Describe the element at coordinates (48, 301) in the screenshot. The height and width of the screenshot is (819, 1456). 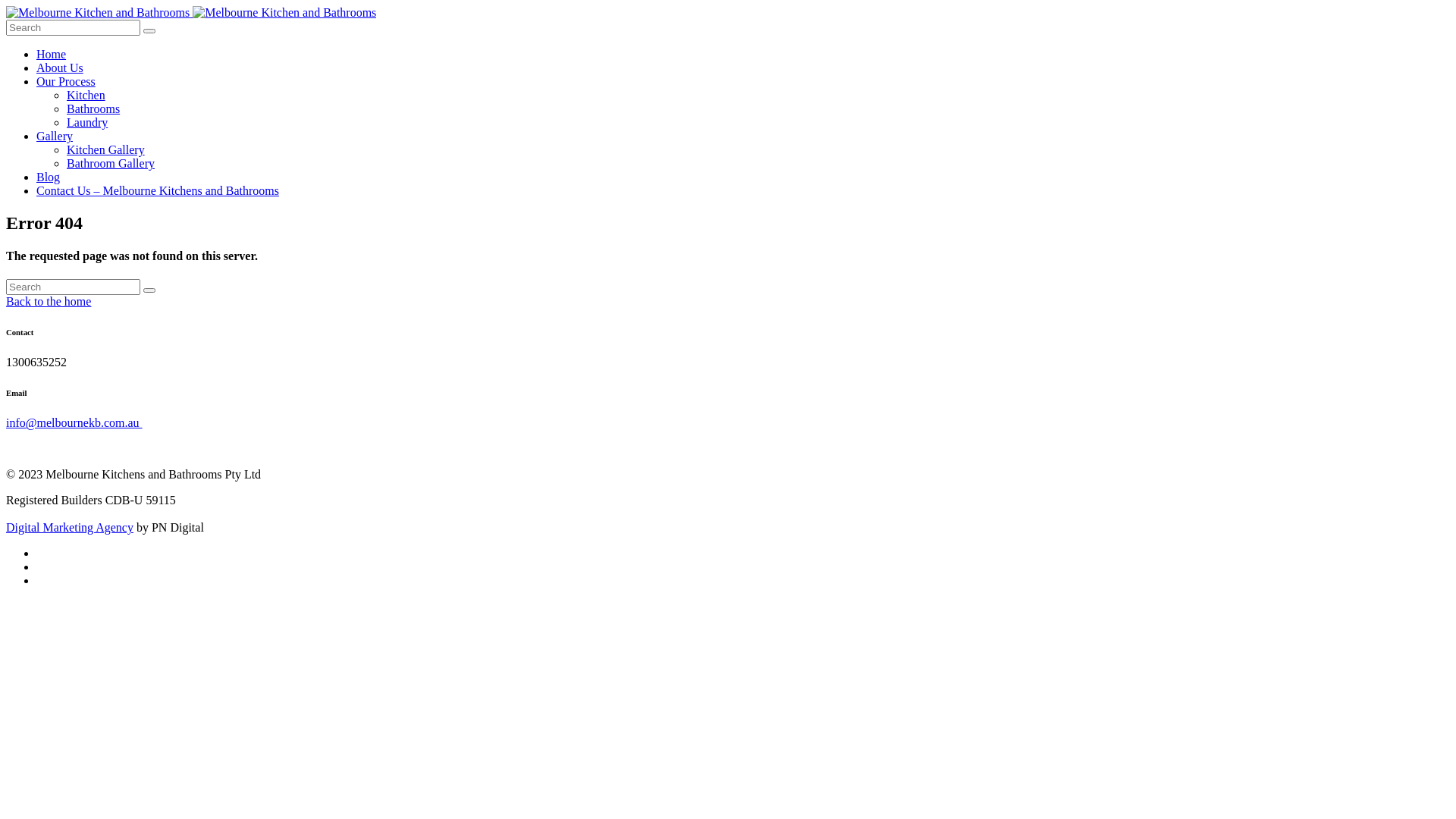
I see `'Back to the home'` at that location.